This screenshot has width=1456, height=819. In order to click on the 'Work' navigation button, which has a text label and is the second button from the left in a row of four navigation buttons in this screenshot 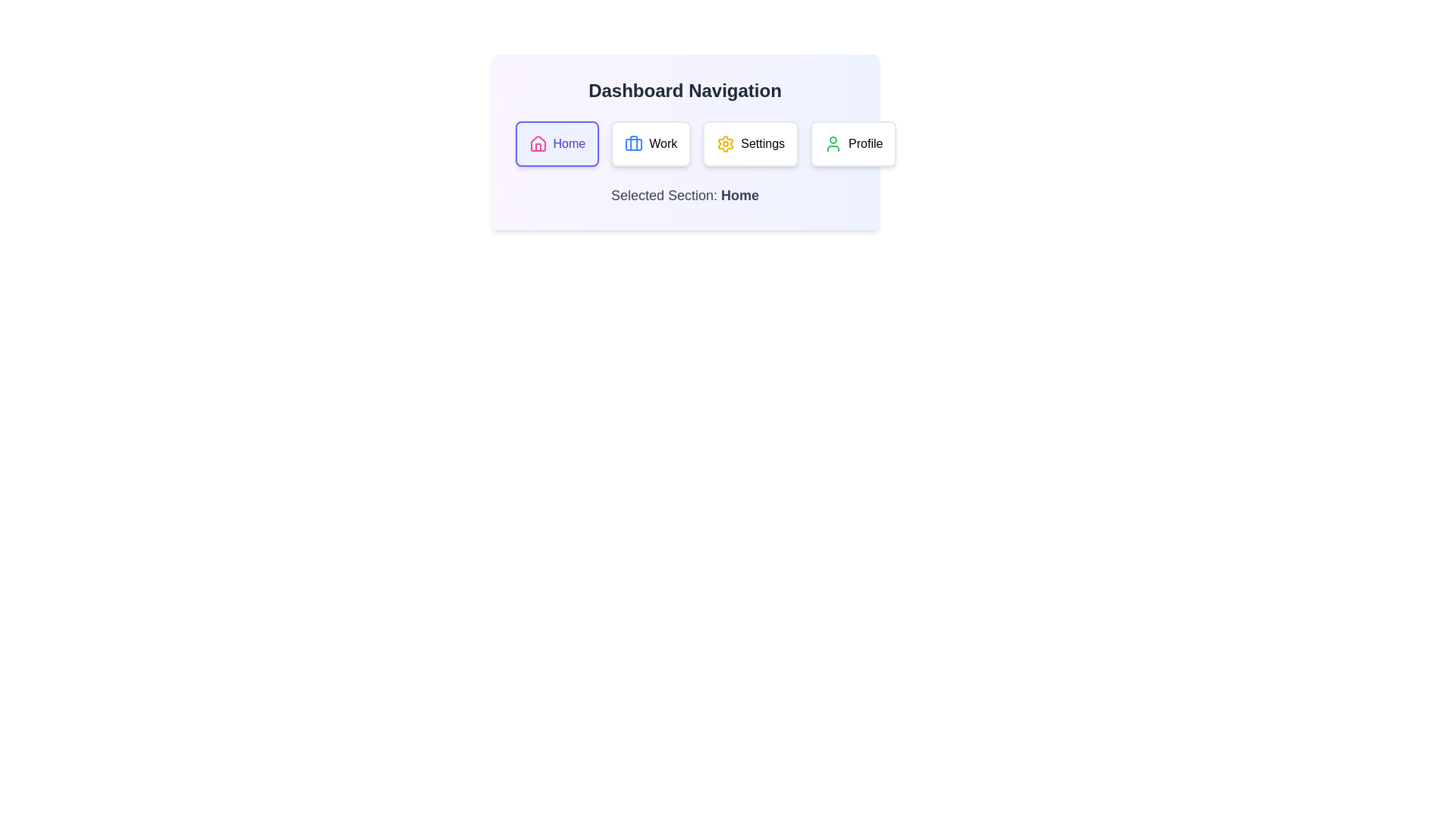, I will do `click(663, 143)`.